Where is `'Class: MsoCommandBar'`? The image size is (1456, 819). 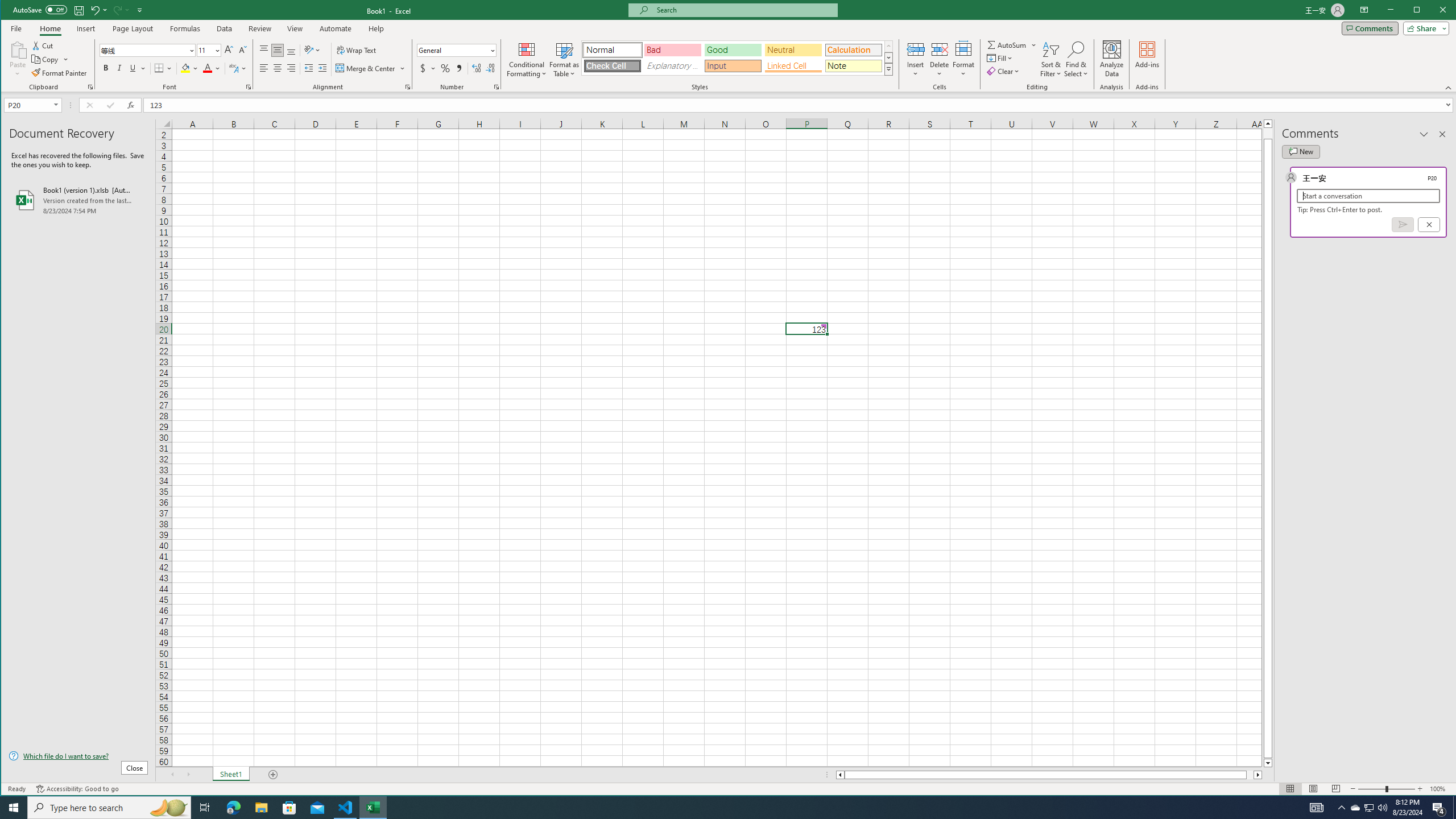 'Class: MsoCommandBar' is located at coordinates (489, 68).